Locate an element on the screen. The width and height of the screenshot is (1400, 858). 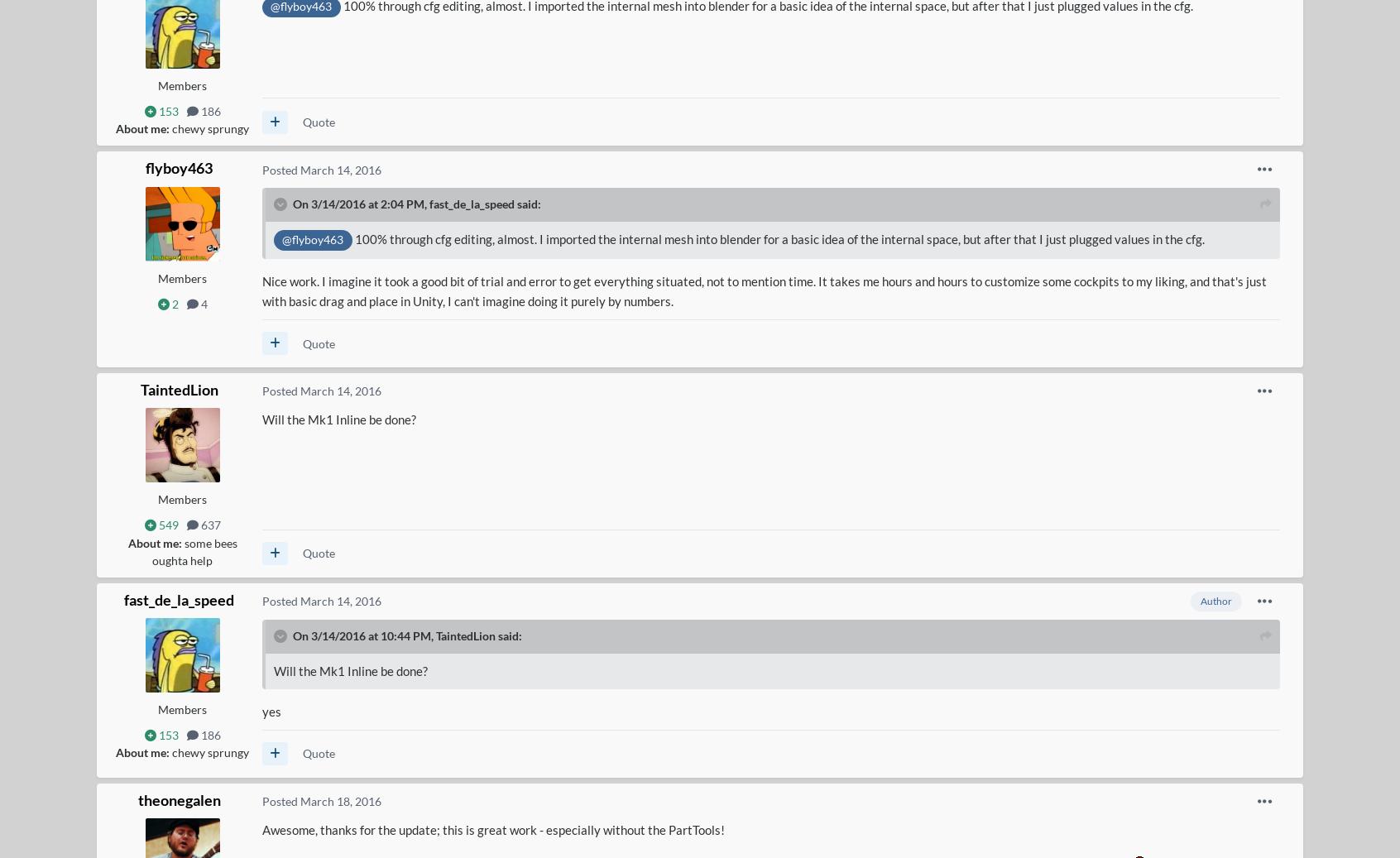
'637' is located at coordinates (209, 525).